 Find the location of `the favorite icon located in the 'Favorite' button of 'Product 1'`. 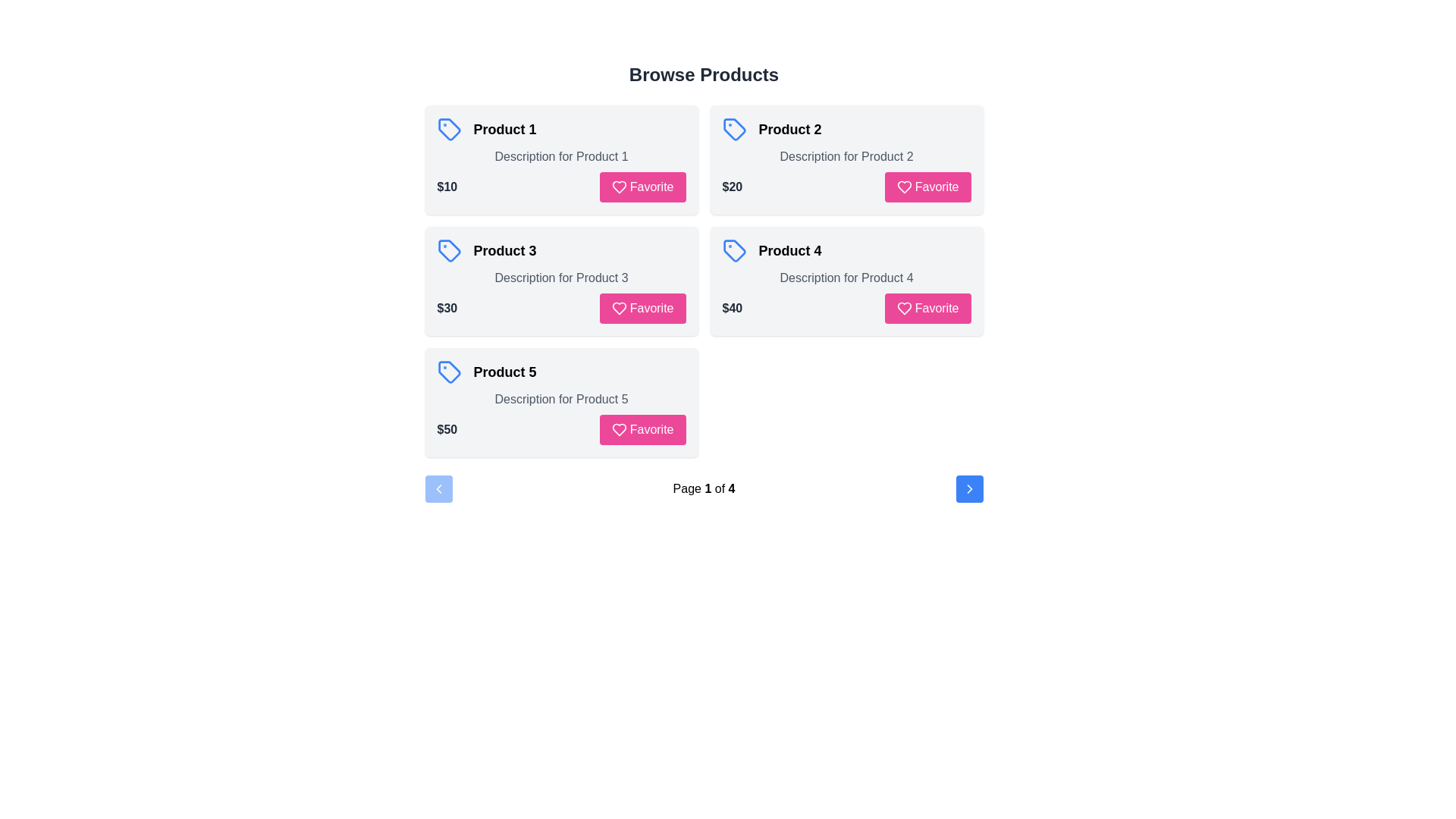

the favorite icon located in the 'Favorite' button of 'Product 1' is located at coordinates (619, 186).